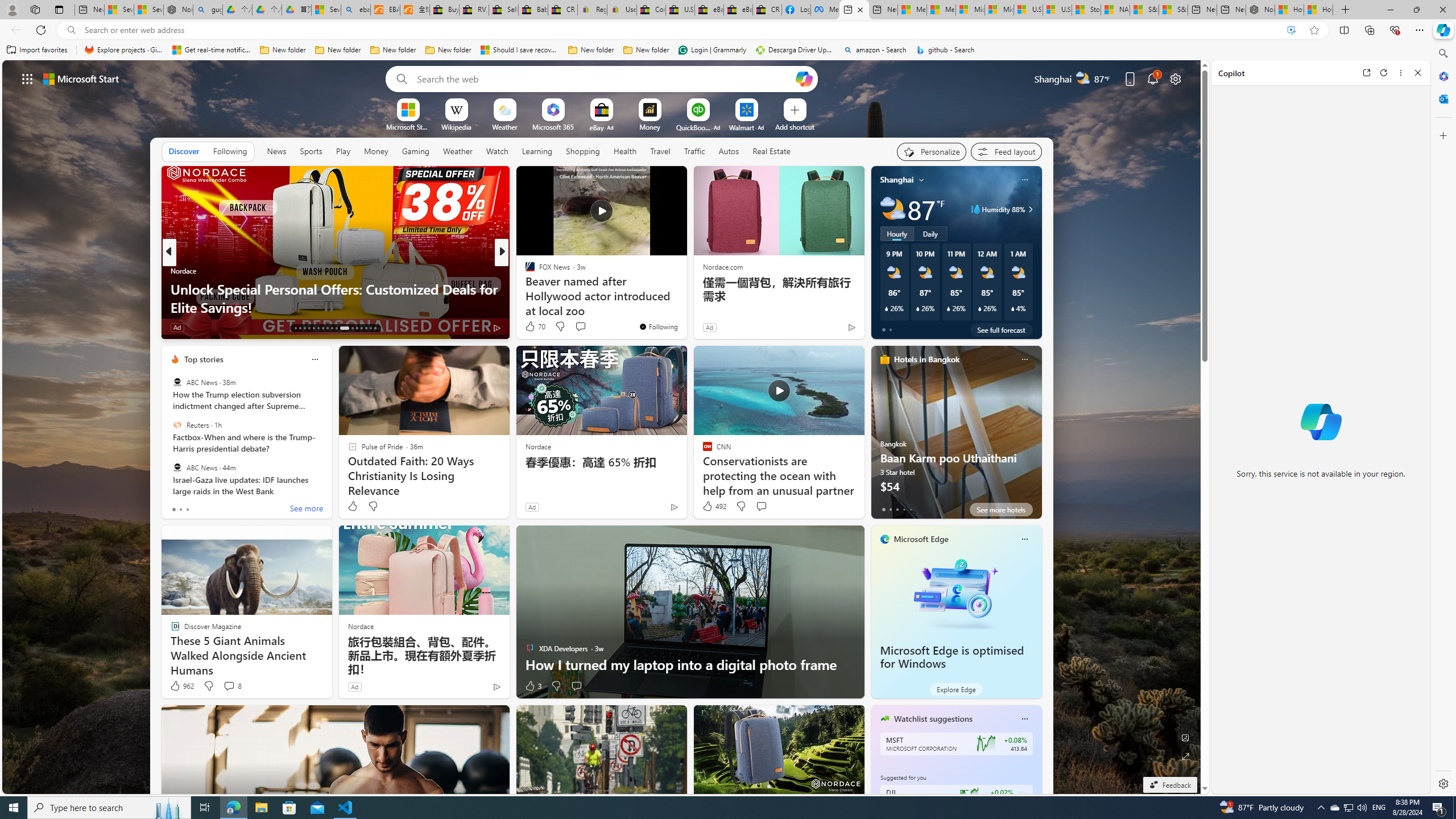  I want to click on 'Gaming', so click(415, 151).